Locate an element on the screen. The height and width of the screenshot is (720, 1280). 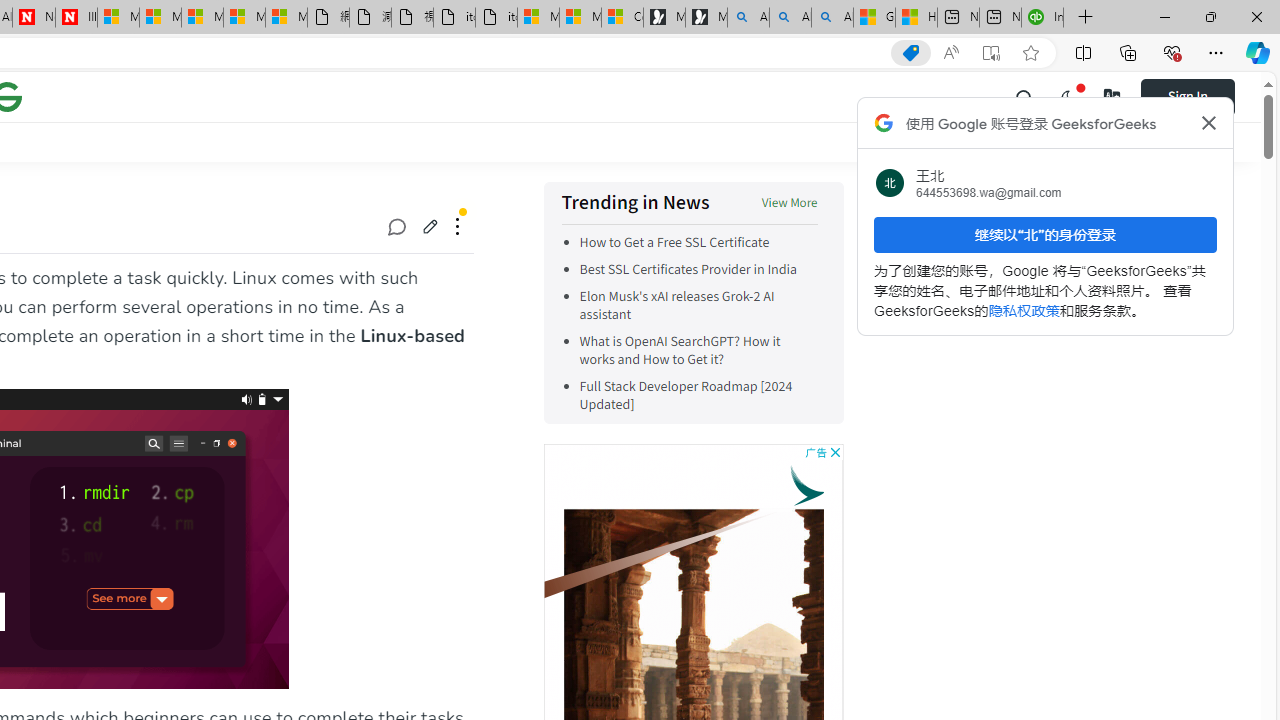
'Best SSL Certificates Provider in India' is located at coordinates (688, 270).